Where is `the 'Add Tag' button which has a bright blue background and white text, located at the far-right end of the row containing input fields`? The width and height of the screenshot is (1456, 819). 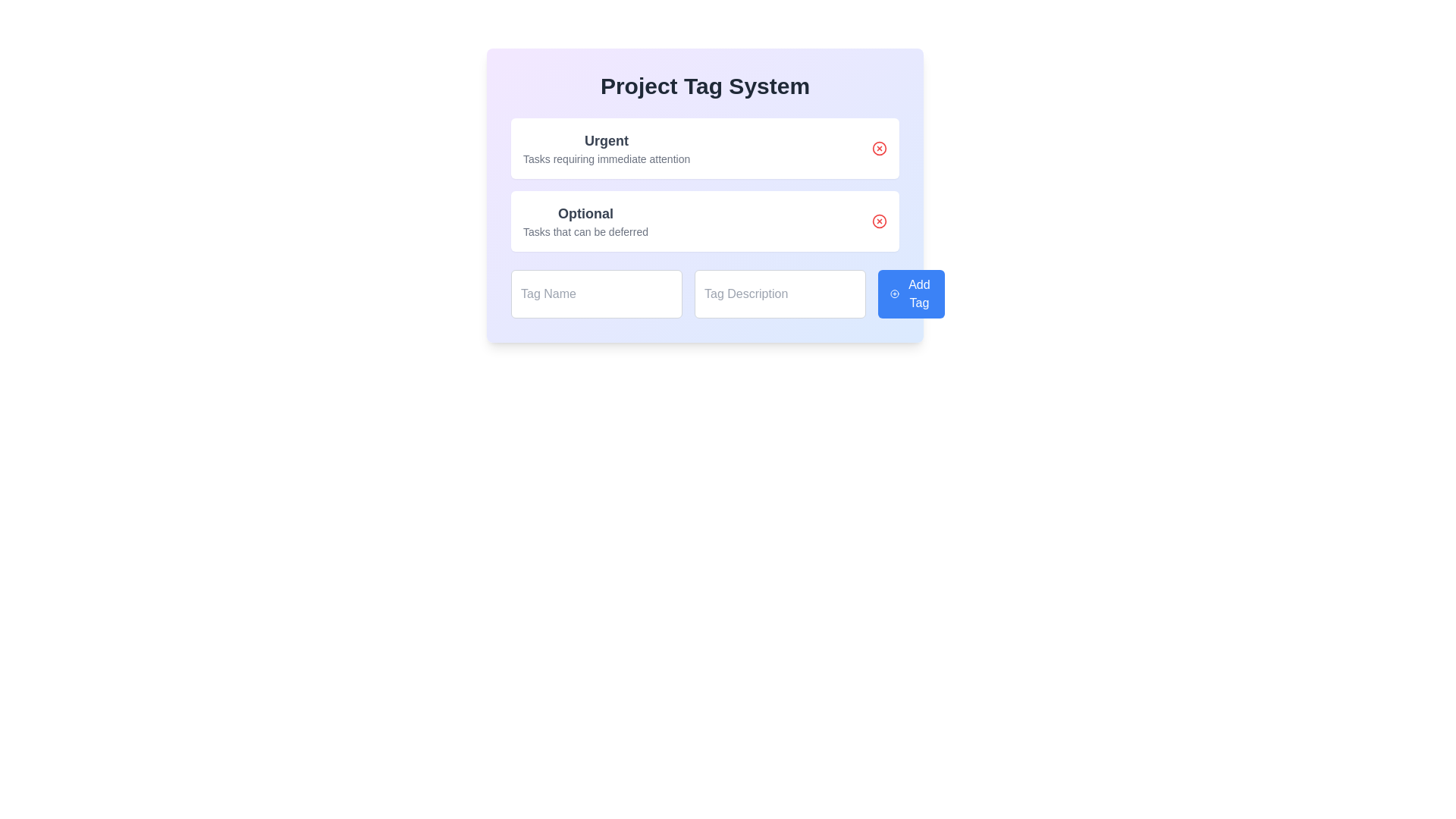
the 'Add Tag' button which has a bright blue background and white text, located at the far-right end of the row containing input fields is located at coordinates (911, 294).